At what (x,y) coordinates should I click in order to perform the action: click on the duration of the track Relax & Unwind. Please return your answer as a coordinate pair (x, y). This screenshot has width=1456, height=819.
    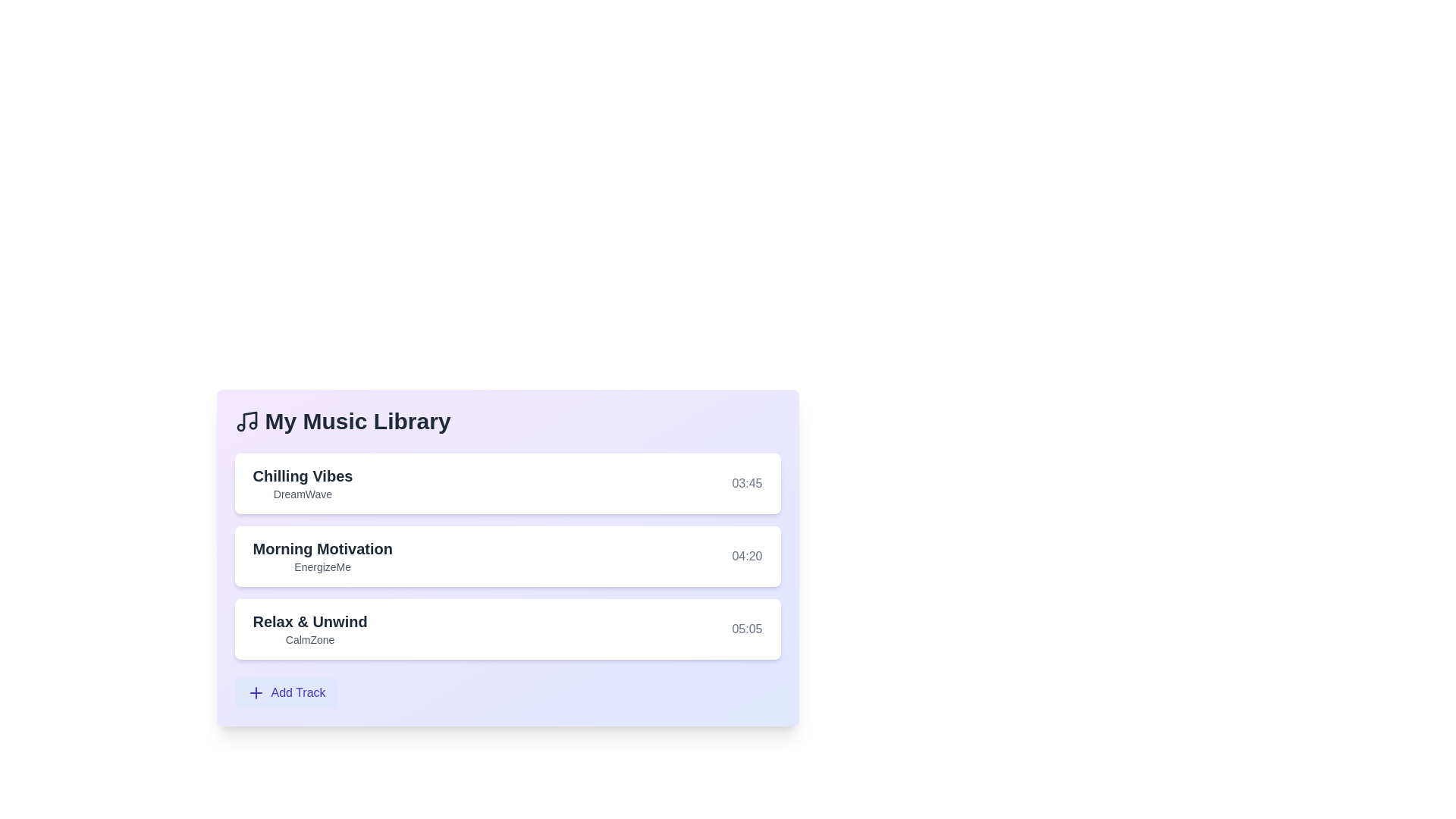
    Looking at the image, I should click on (746, 629).